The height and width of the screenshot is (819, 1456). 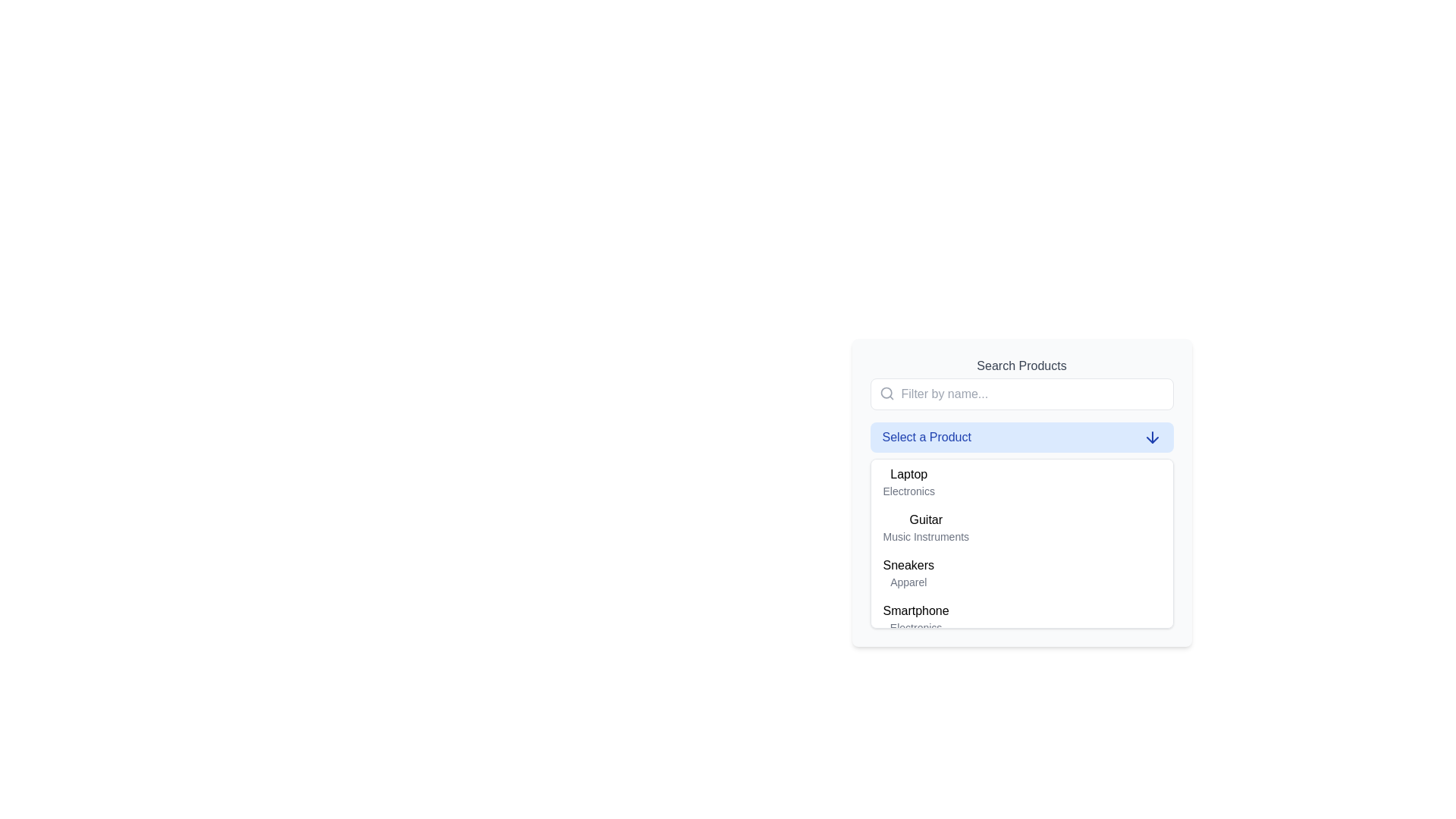 What do you see at coordinates (1021, 619) in the screenshot?
I see `the fourth list item in the dropdown menu that displays 'Smartphone' in bold and 'Electronics' in smaller, gray font` at bounding box center [1021, 619].